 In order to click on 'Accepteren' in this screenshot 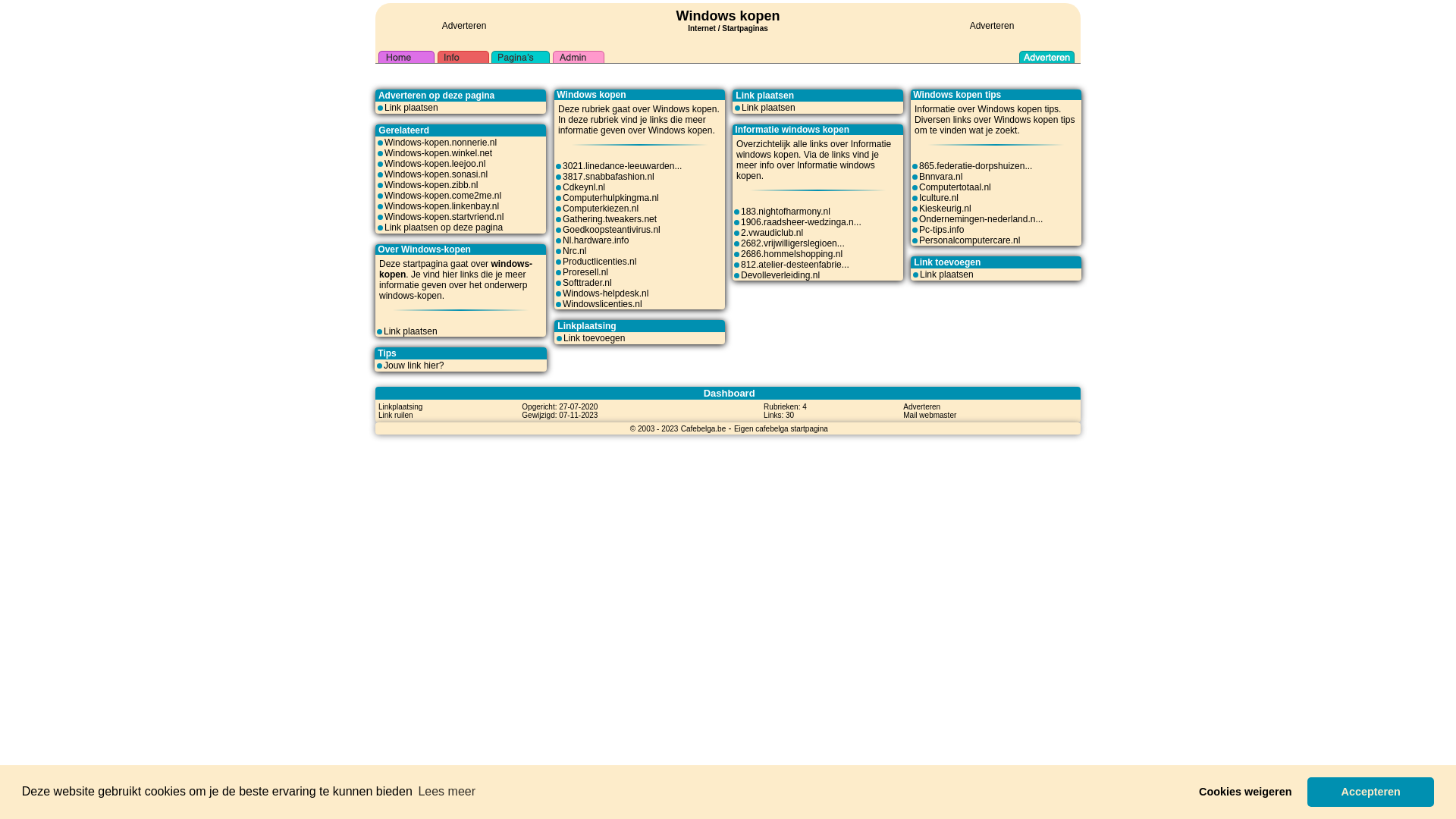, I will do `click(1306, 791)`.